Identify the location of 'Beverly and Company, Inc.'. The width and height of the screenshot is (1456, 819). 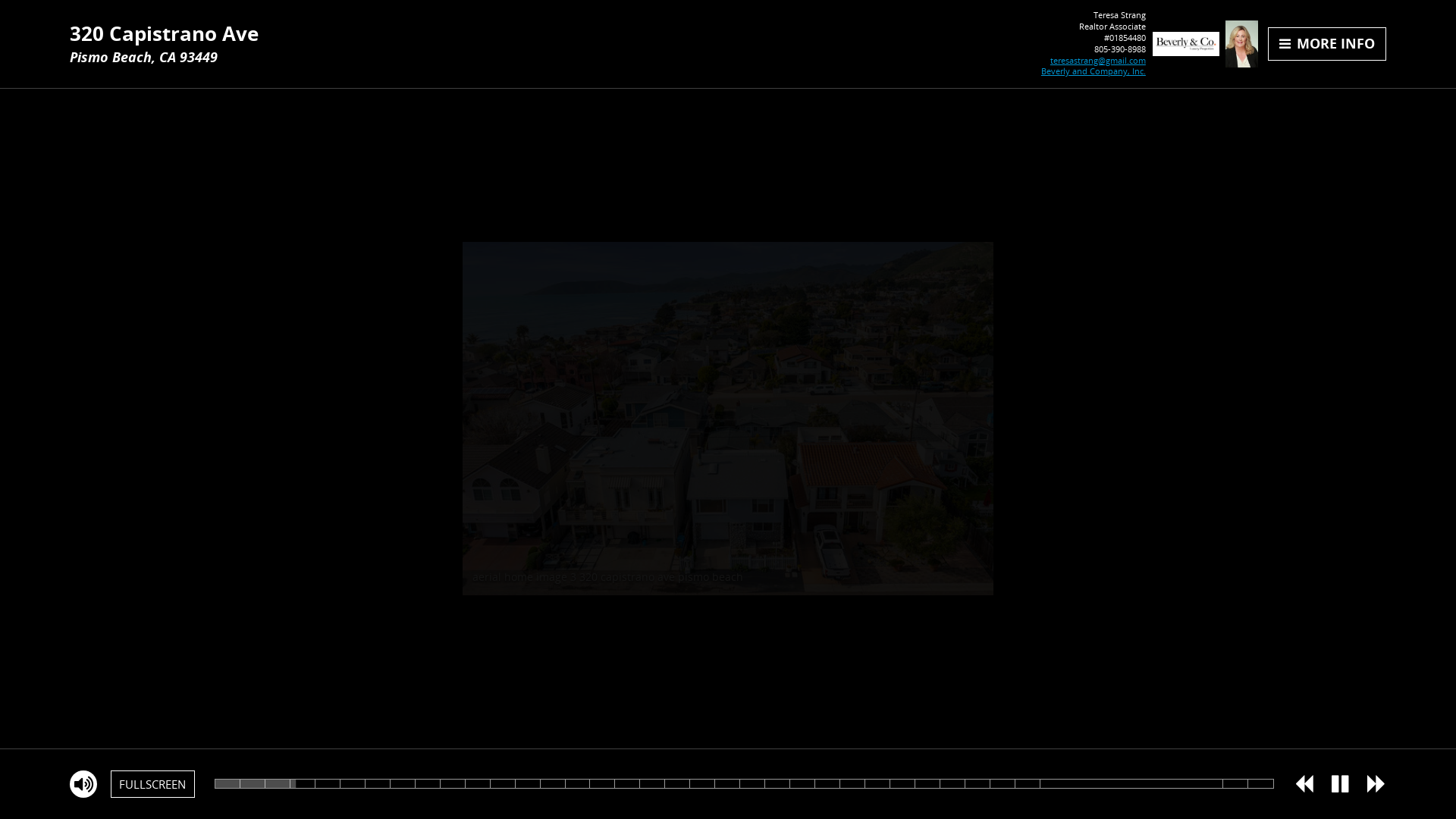
(1093, 71).